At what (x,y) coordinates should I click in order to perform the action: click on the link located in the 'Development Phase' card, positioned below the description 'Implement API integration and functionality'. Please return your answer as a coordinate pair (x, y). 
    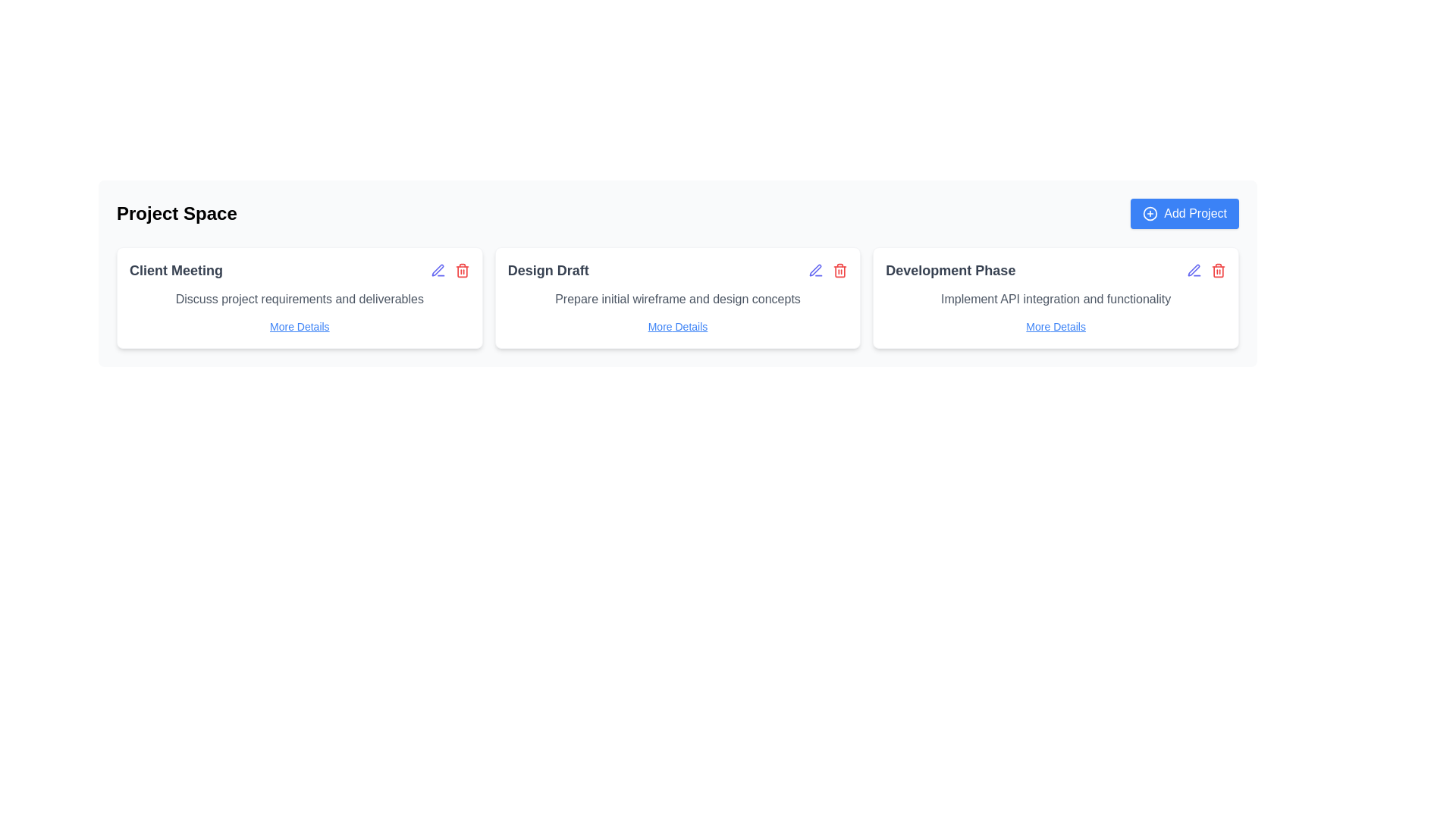
    Looking at the image, I should click on (1055, 326).